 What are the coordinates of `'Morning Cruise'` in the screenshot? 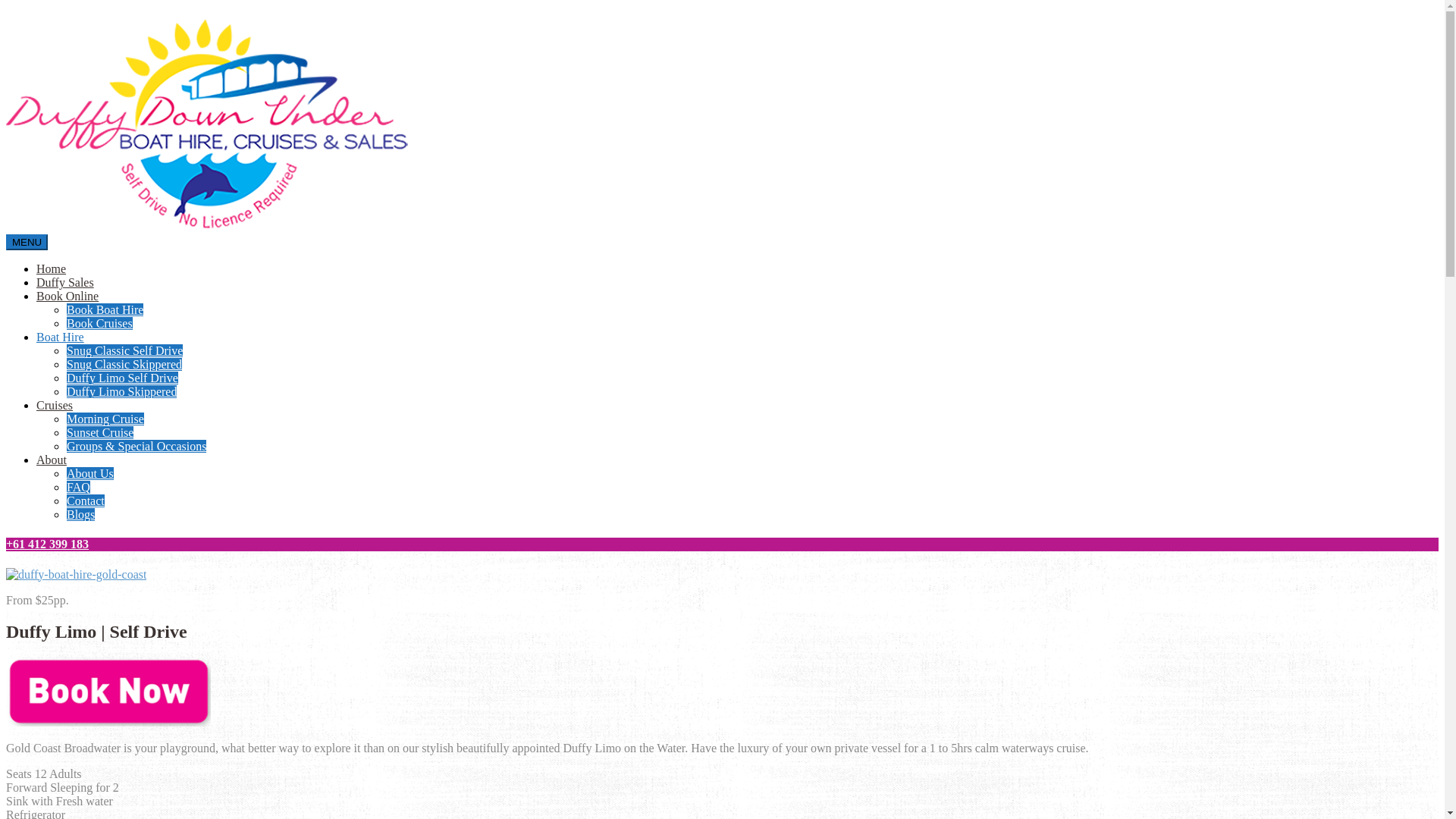 It's located at (105, 419).